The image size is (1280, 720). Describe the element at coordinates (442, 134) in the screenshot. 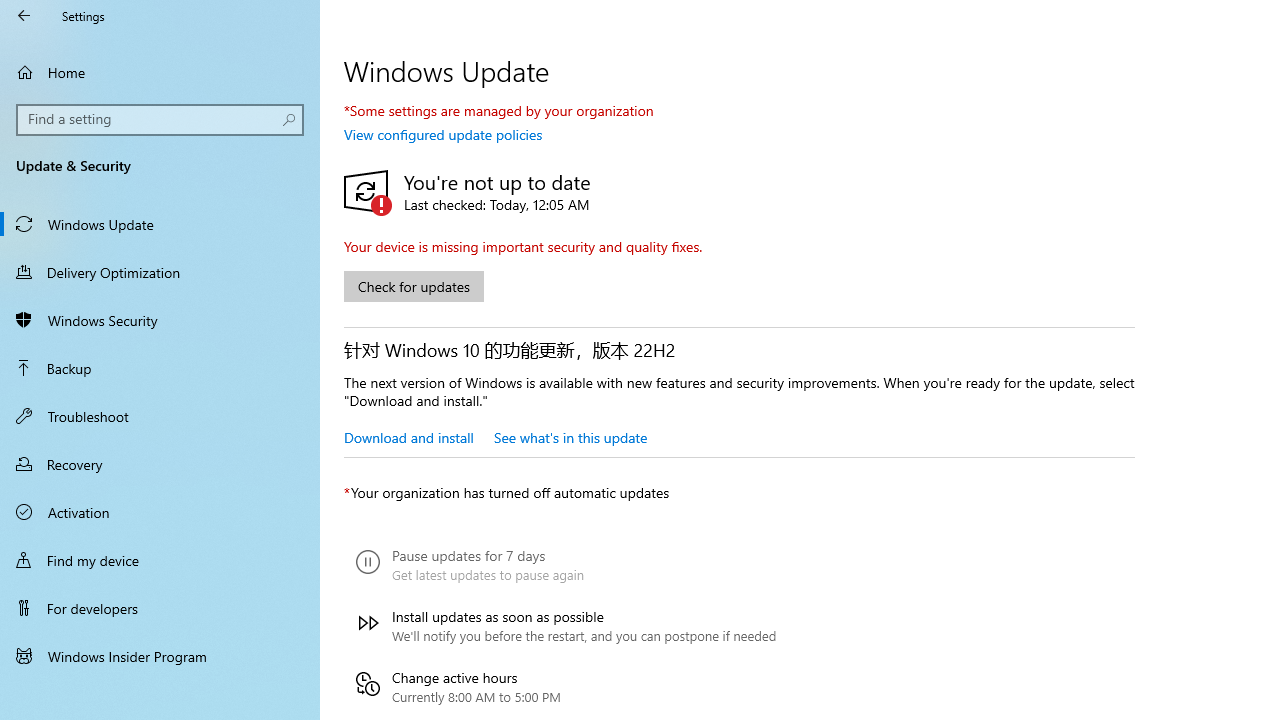

I see `'View configured update policies'` at that location.